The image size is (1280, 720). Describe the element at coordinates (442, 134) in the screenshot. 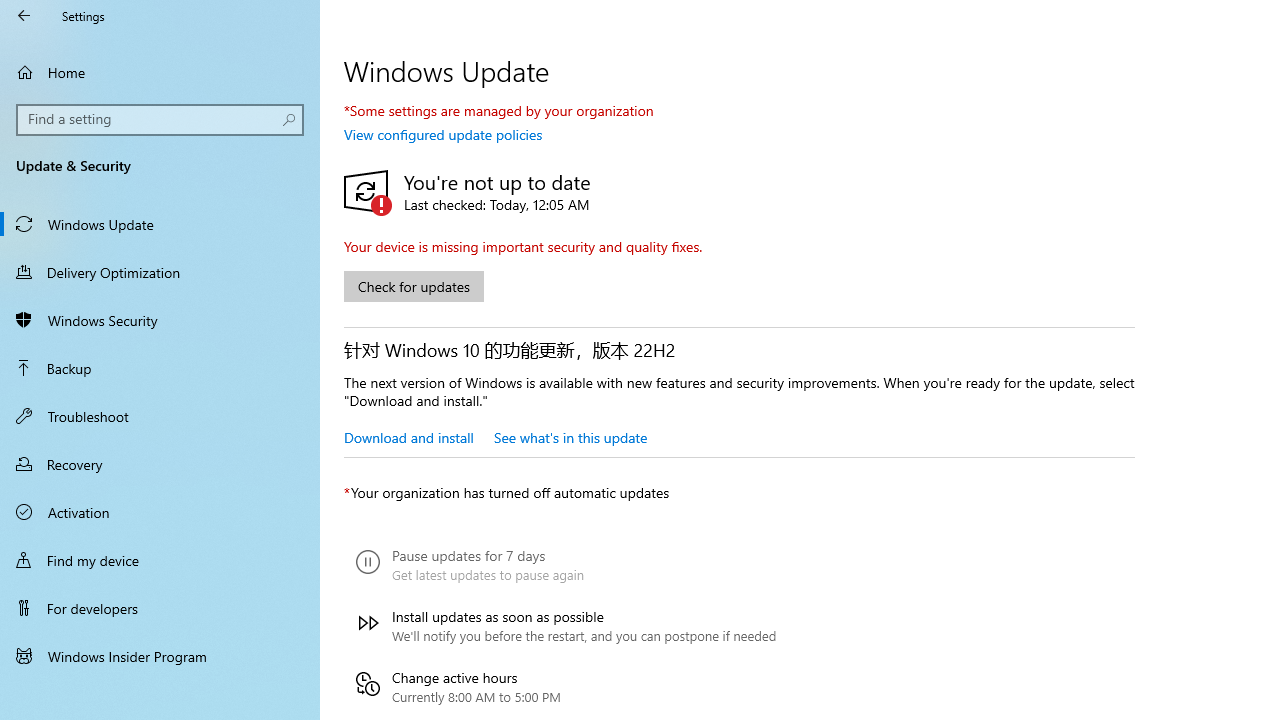

I see `'View configured update policies'` at that location.